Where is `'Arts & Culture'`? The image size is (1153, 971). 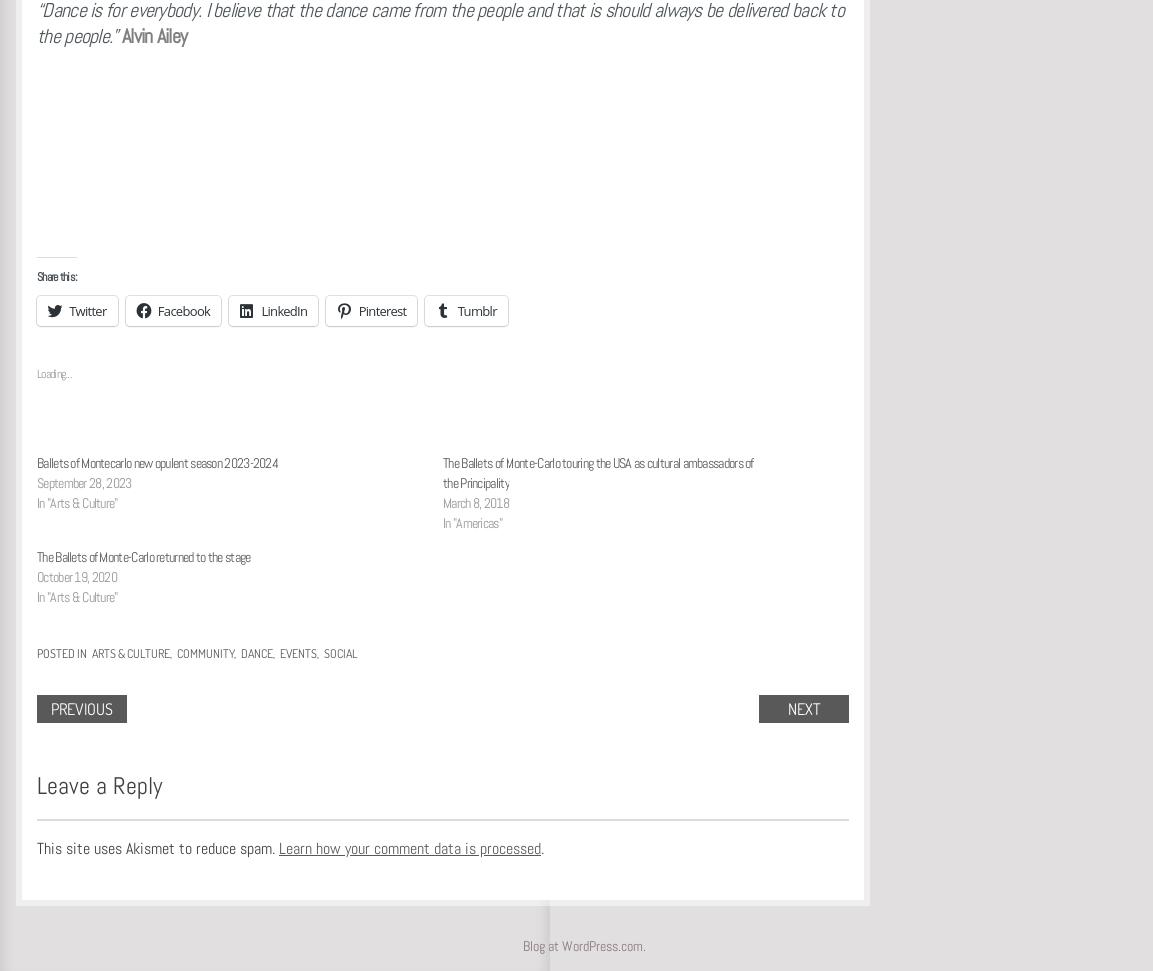
'Arts & Culture' is located at coordinates (91, 653).